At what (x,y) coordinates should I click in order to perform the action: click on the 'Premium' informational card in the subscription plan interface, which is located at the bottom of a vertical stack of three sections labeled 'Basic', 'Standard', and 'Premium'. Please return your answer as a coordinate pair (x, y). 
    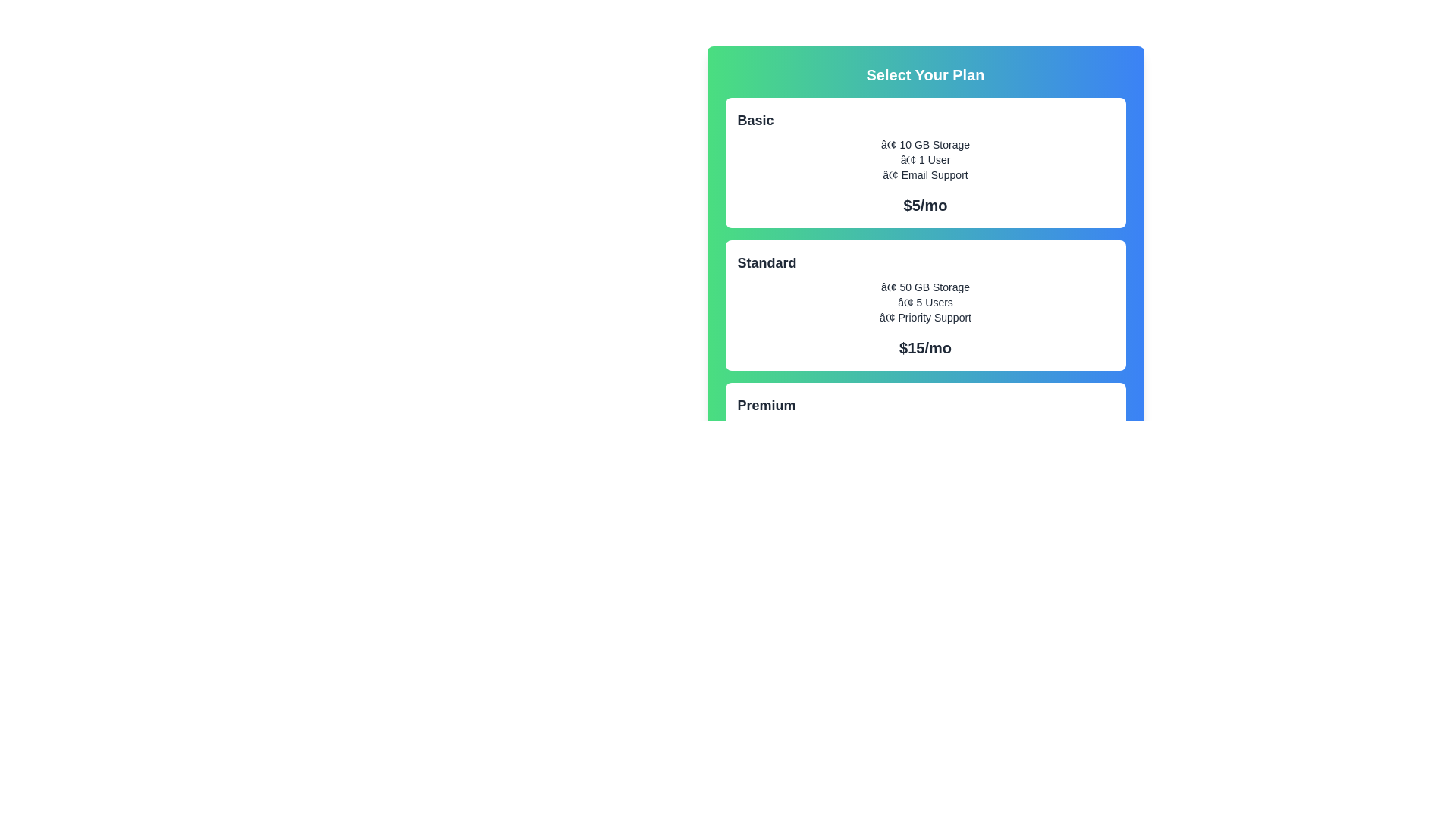
    Looking at the image, I should click on (924, 447).